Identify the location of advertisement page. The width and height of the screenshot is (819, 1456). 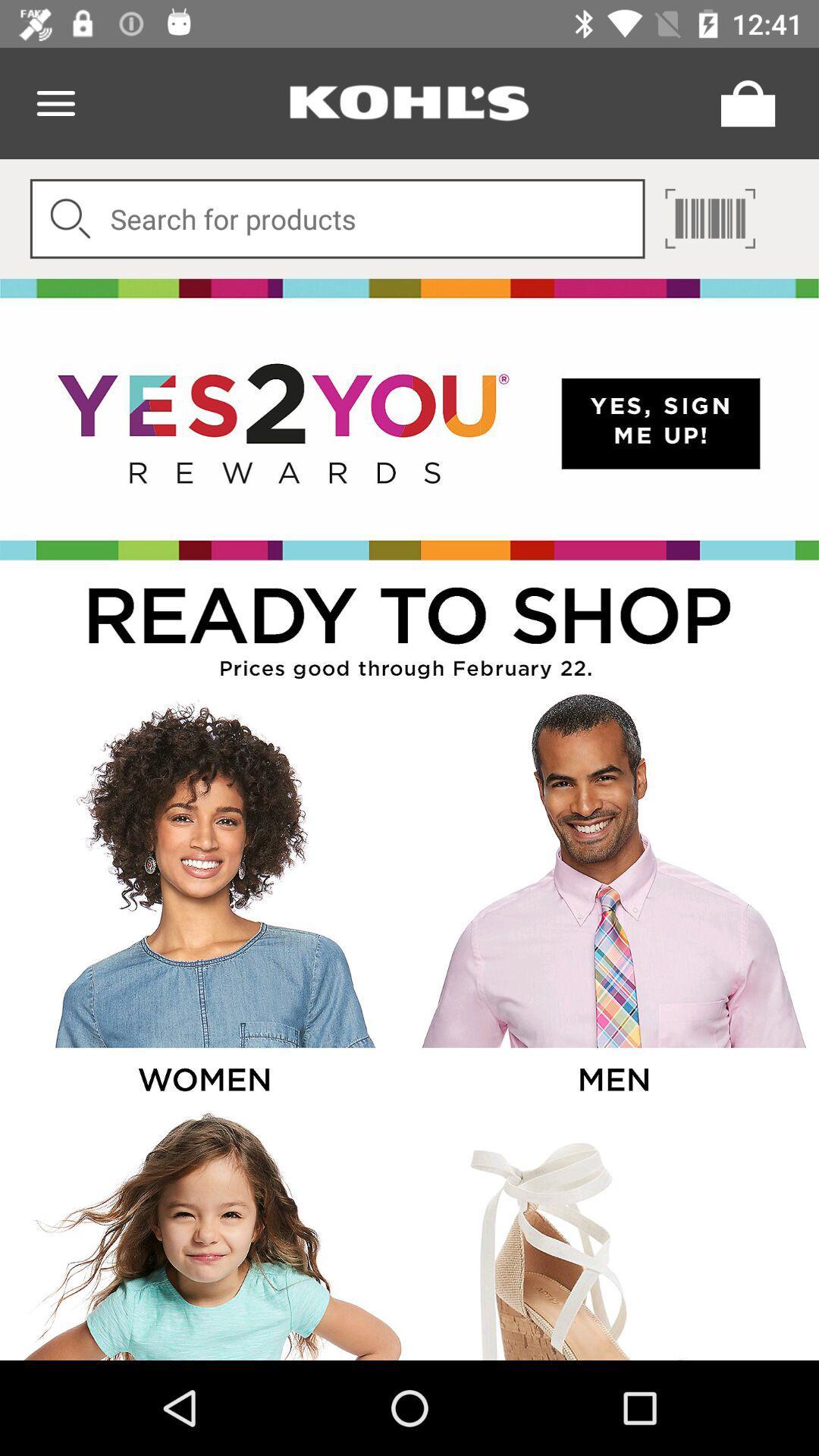
(612, 899).